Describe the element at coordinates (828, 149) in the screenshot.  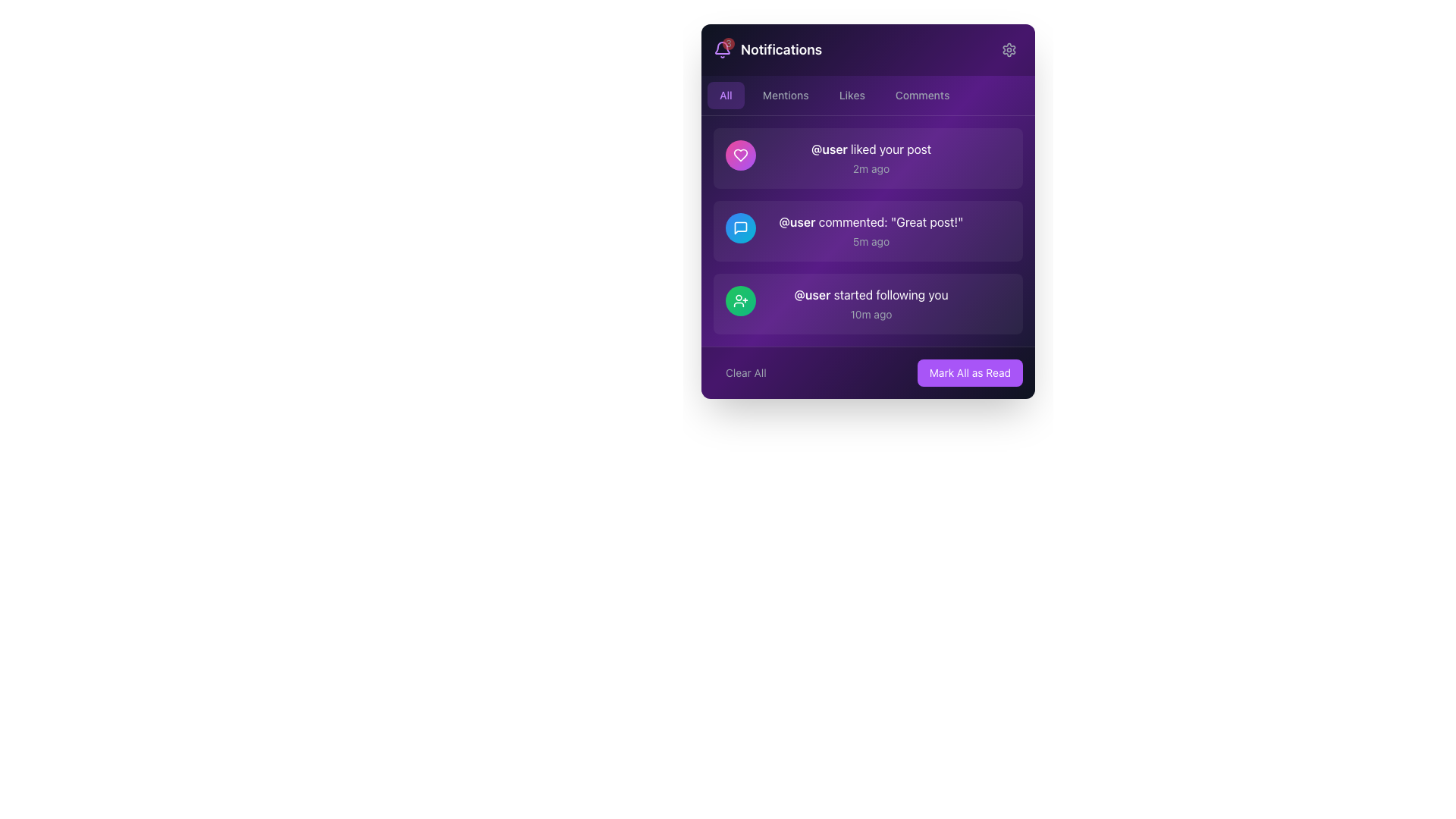
I see `the username mention text label located in the first notification, which displays '@user liked your post', positioned at the left midpoint of the message` at that location.